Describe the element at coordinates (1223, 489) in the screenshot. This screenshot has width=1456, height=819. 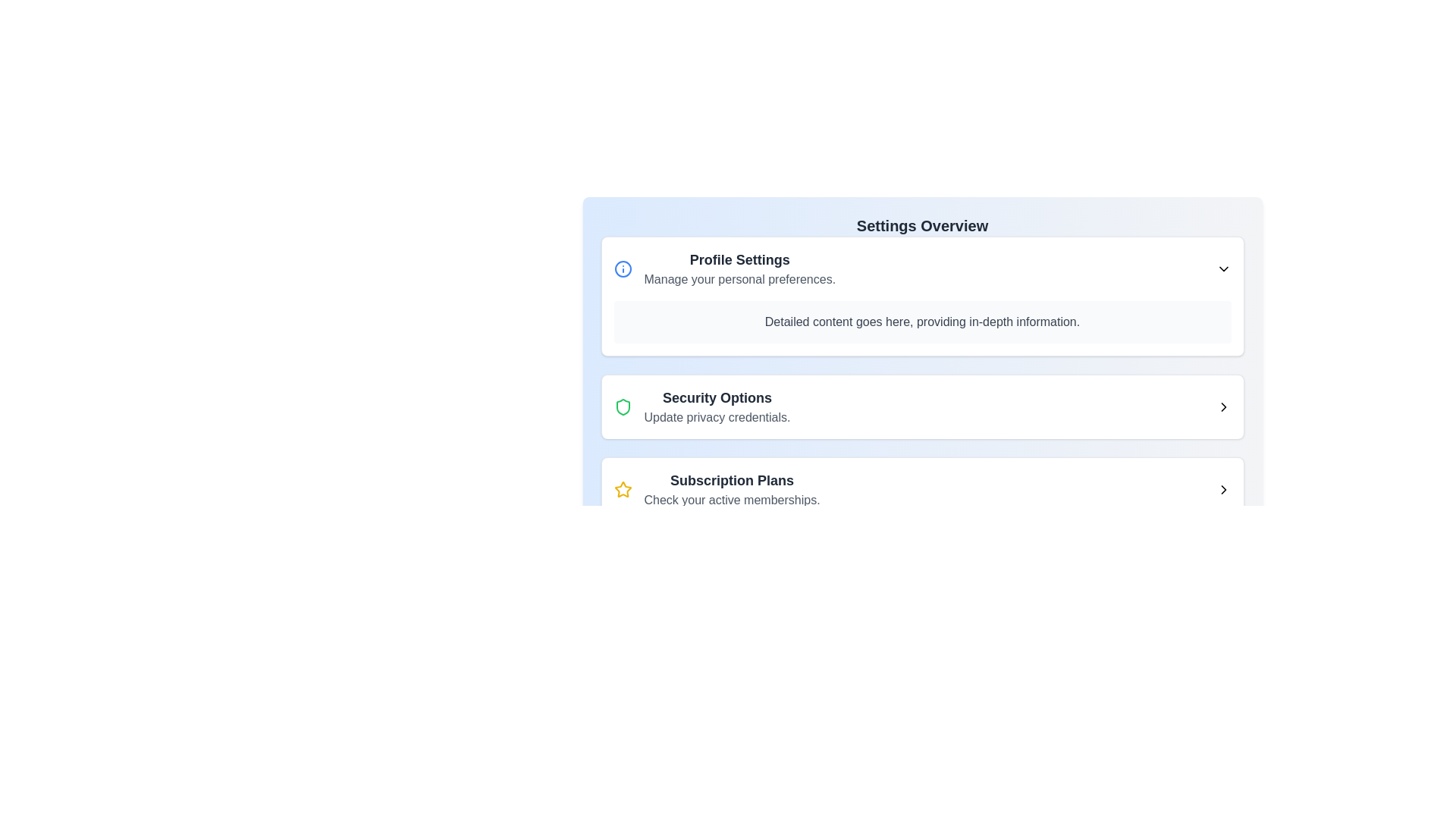
I see `the chevron button located to the far-right of the 'Subscription Plans' section, next to the text 'Check your active memberships'` at that location.